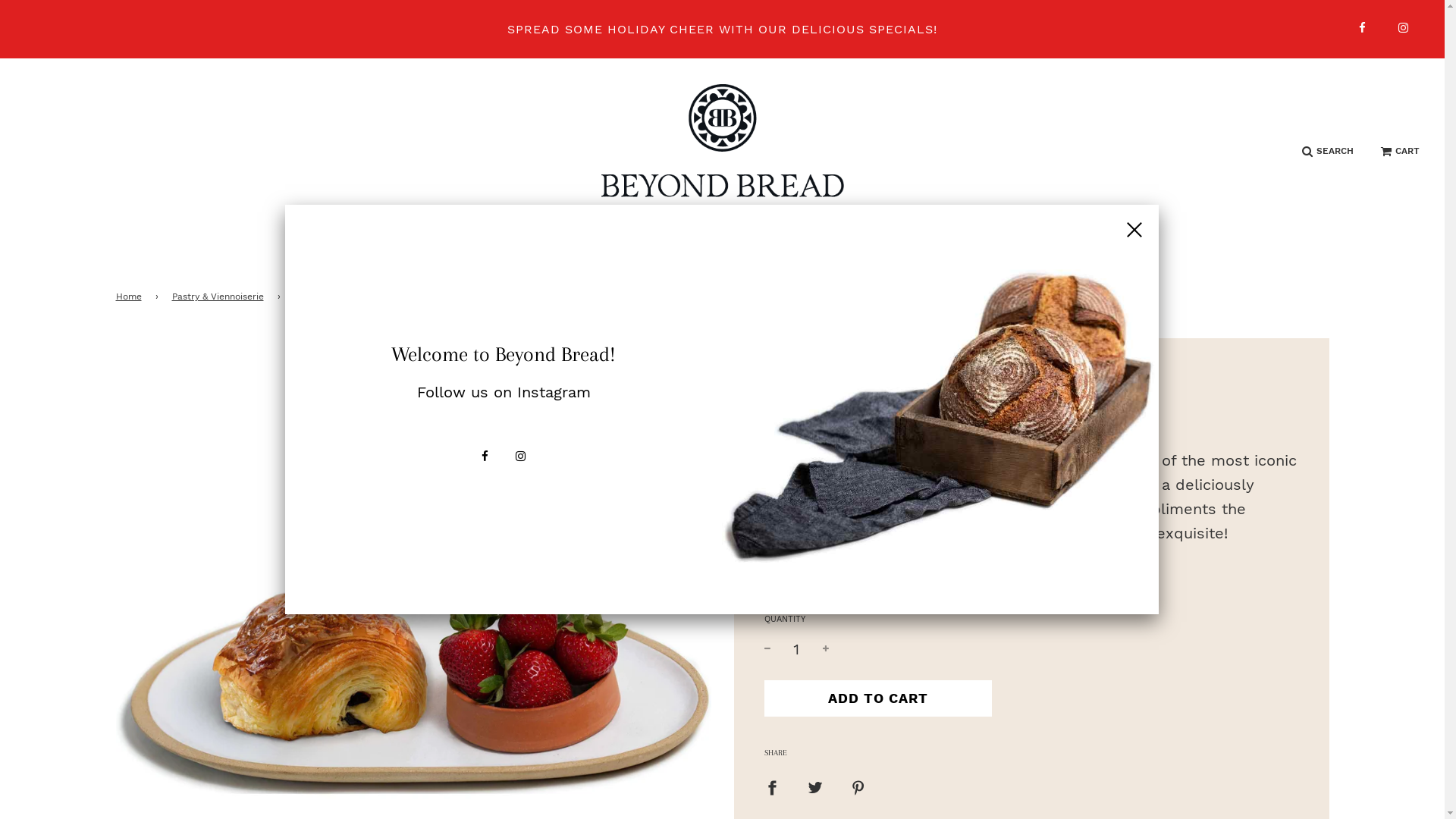  Describe the element at coordinates (1080, 252) in the screenshot. I see `'CONTACT US'` at that location.